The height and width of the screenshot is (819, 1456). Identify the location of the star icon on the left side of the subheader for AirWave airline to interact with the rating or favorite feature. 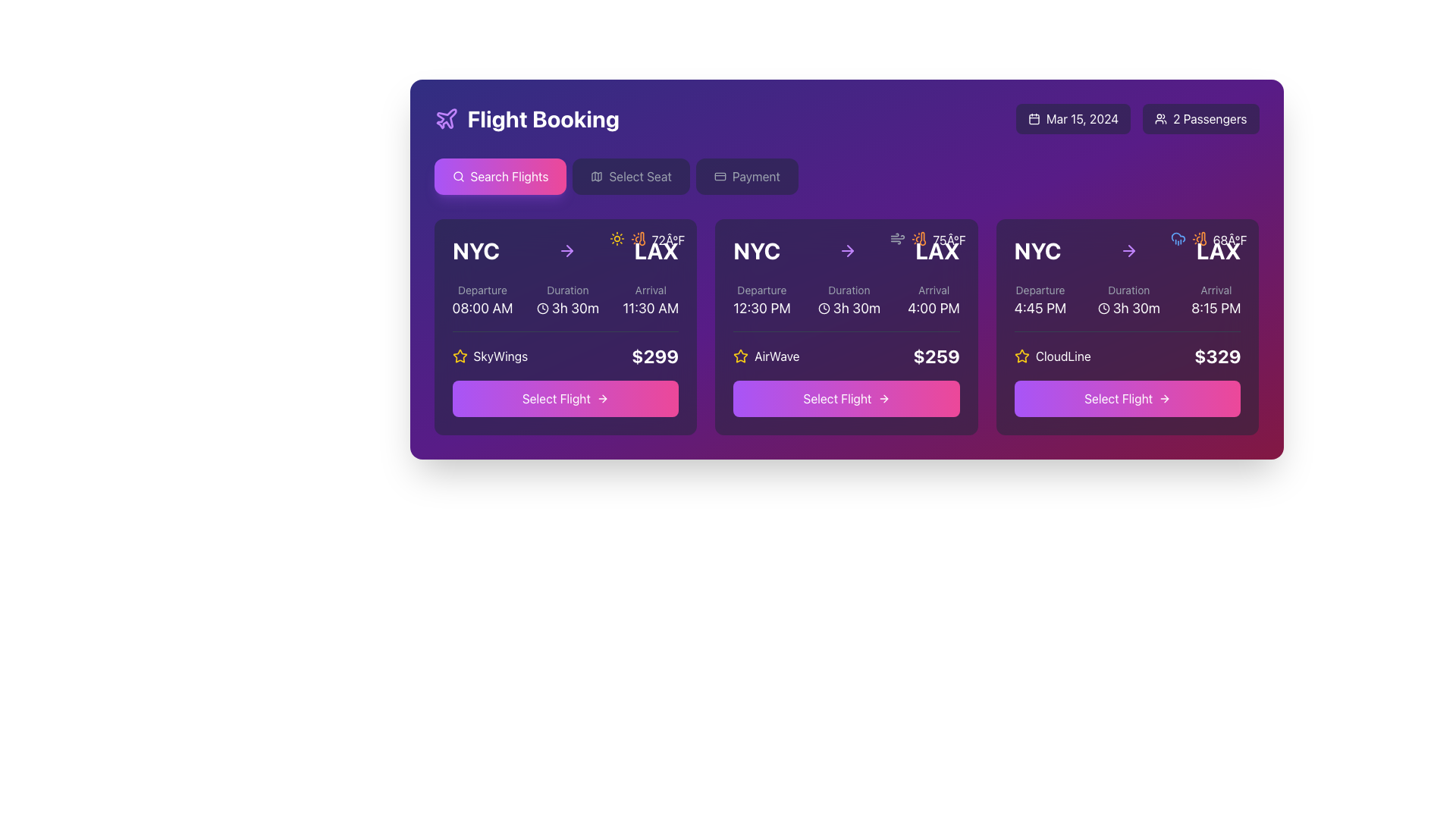
(741, 356).